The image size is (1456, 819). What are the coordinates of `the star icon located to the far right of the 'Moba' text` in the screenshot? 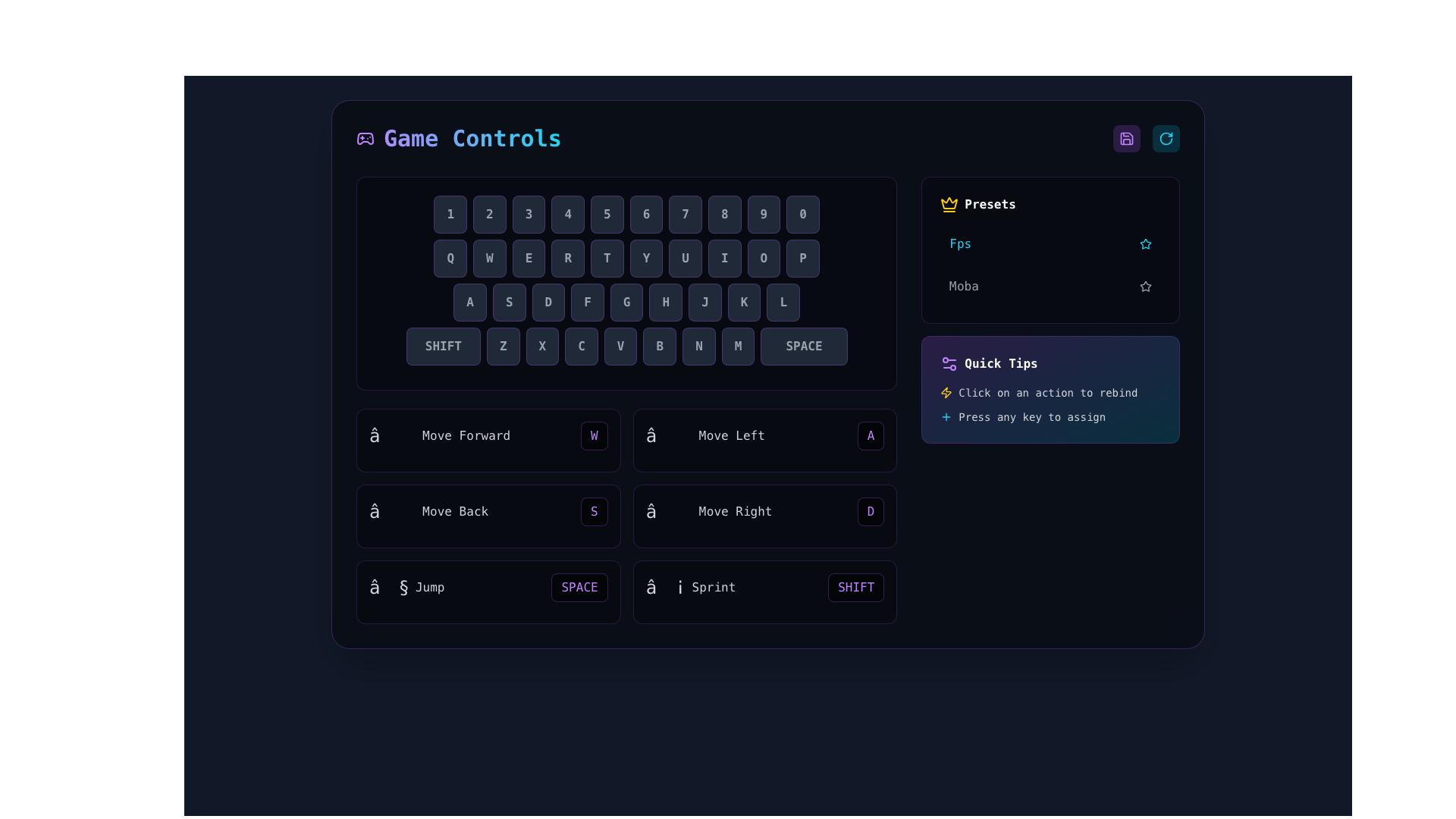 It's located at (1146, 287).